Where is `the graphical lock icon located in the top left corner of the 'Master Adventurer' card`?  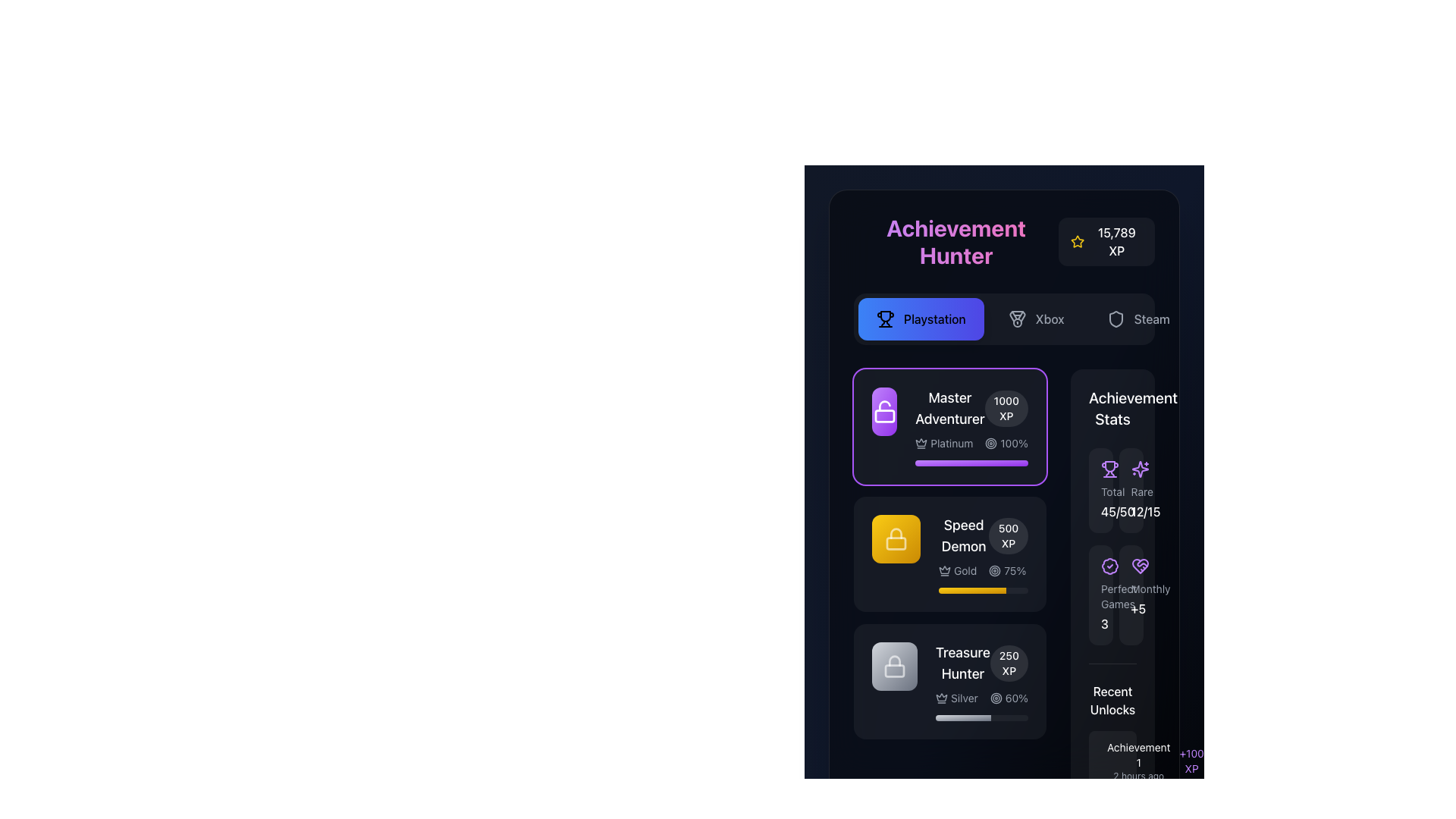 the graphical lock icon located in the top left corner of the 'Master Adventurer' card is located at coordinates (896, 532).